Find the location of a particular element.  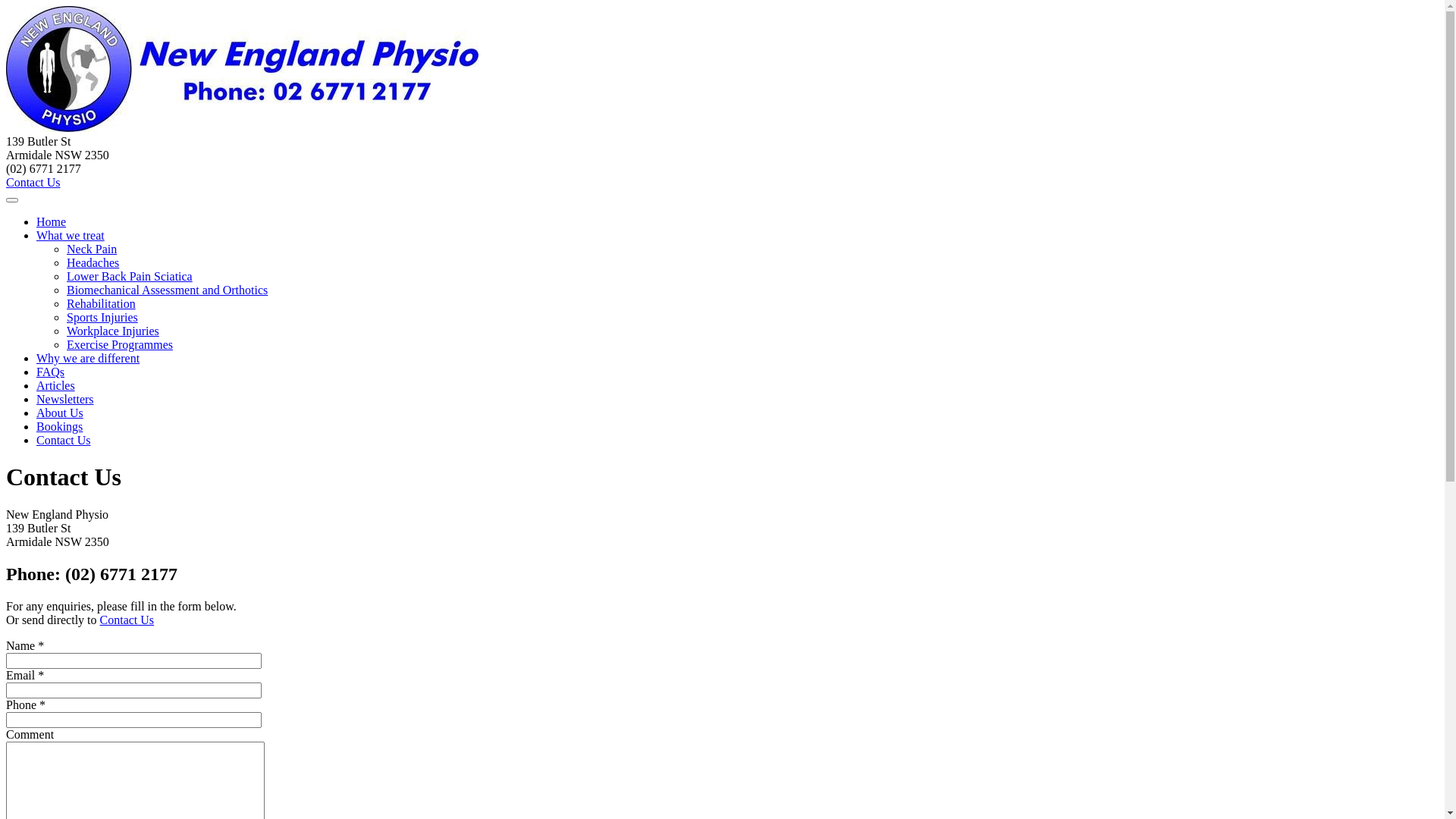

'Workplace Injuries' is located at coordinates (65, 330).